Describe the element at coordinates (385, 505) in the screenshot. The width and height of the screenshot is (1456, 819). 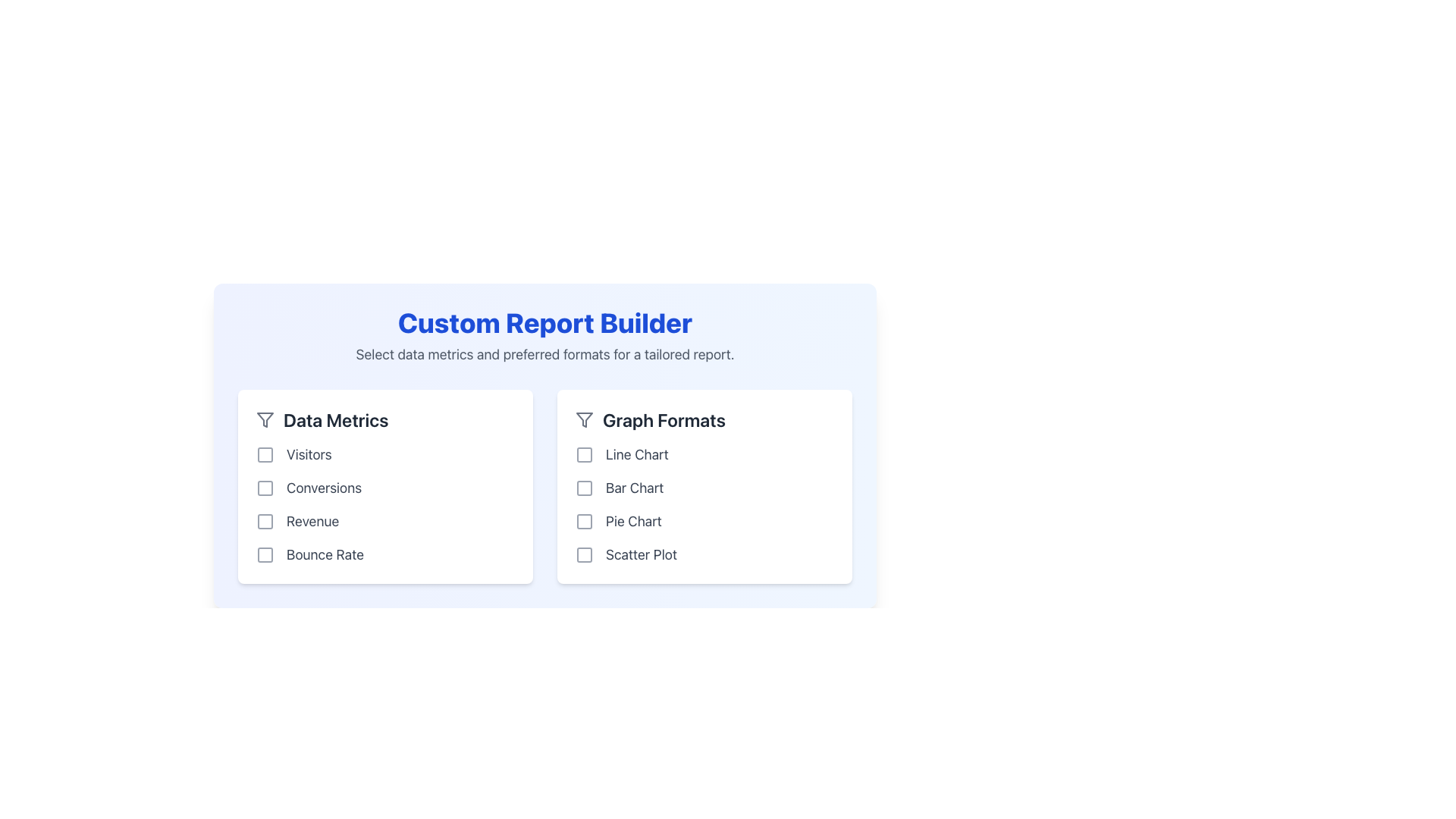
I see `the checkbox in the 'Data Metrics' card` at that location.